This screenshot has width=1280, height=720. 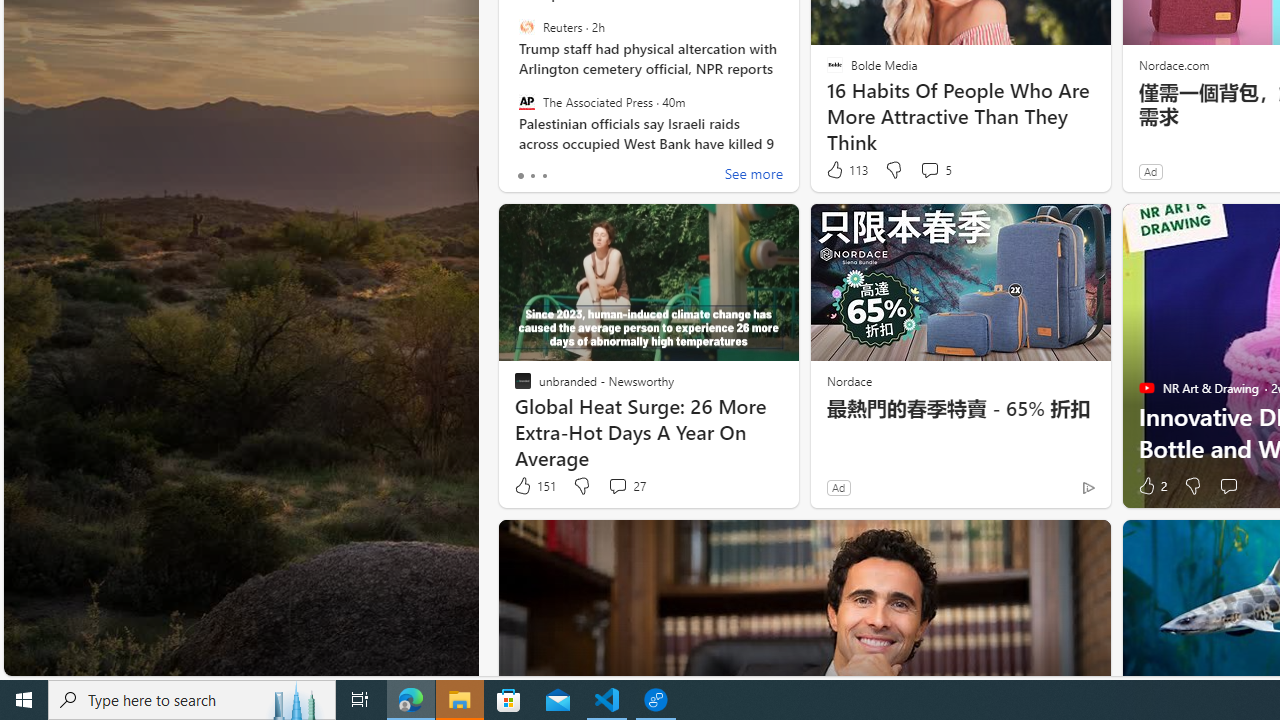 What do you see at coordinates (534, 486) in the screenshot?
I see `'151 Like'` at bounding box center [534, 486].